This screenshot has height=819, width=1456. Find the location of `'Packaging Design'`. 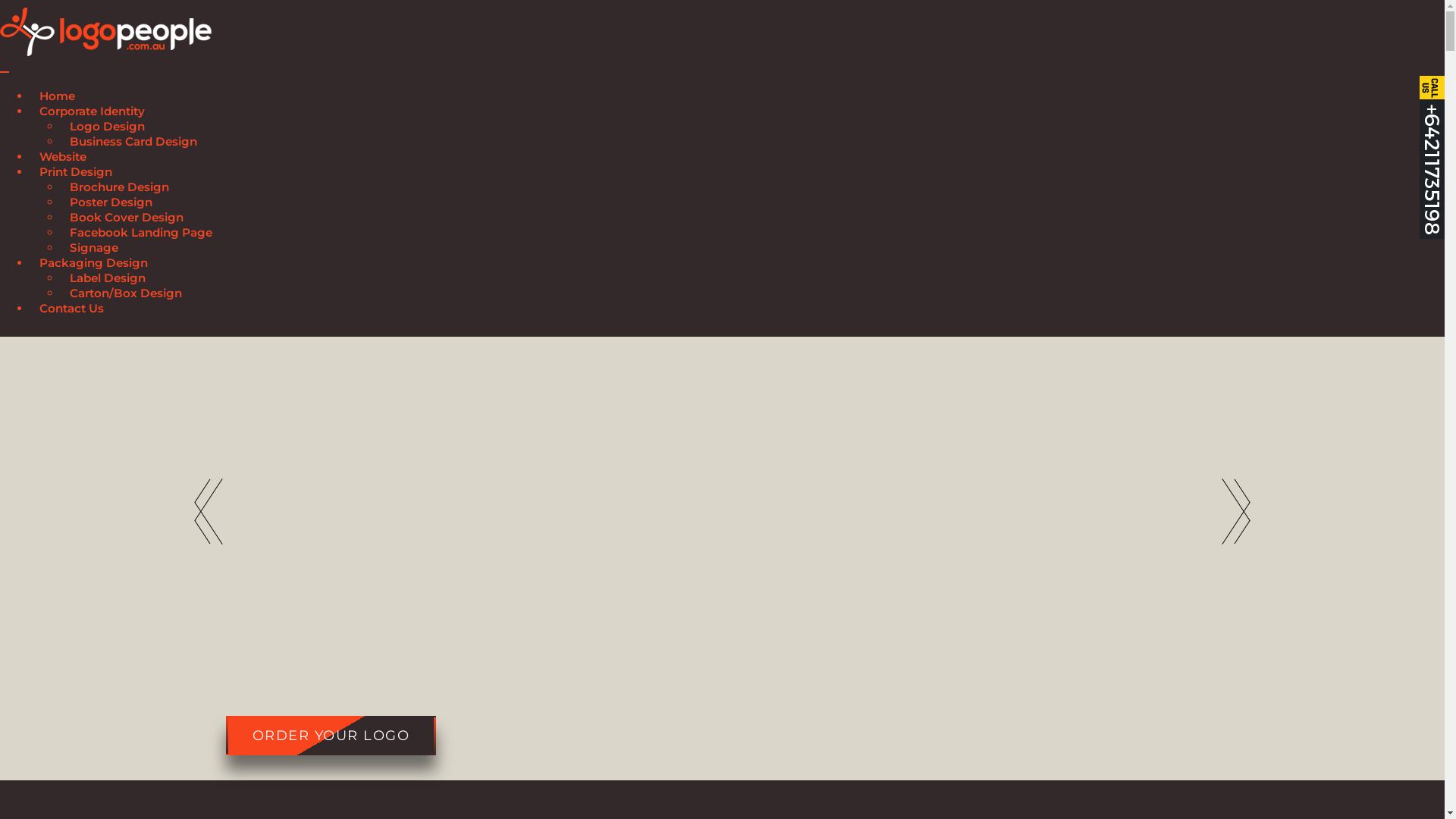

'Packaging Design' is located at coordinates (93, 264).